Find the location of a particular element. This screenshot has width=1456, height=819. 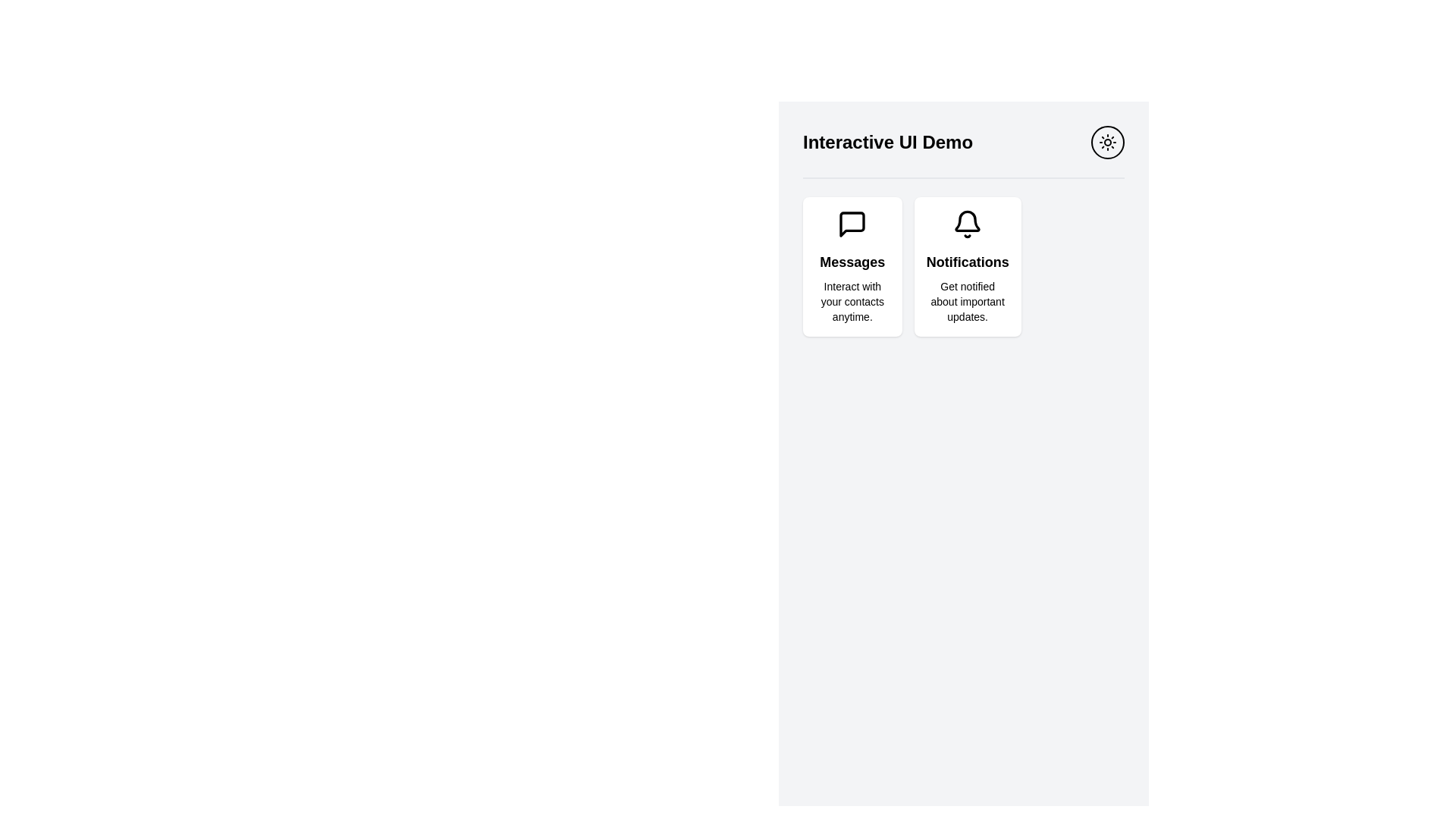

the text label that says 'Get notified about important updates.' located below the 'Notifications' title in the rightmost card of the group is located at coordinates (967, 301).